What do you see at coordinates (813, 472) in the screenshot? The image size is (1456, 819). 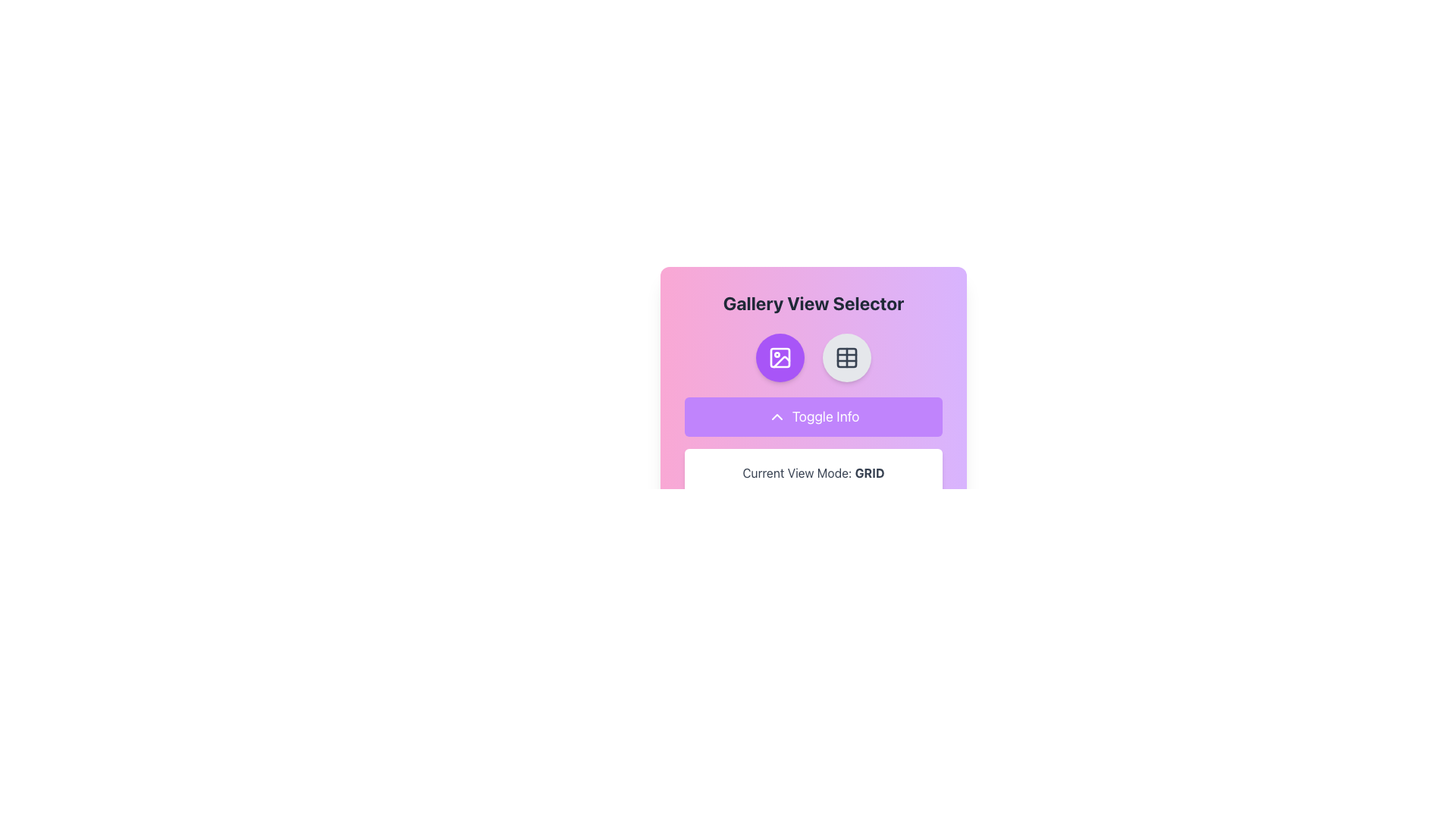 I see `the text label displaying 'Current View Mode: GRID' which is styled with a white background and is centered below the 'Toggle Info' button` at bounding box center [813, 472].